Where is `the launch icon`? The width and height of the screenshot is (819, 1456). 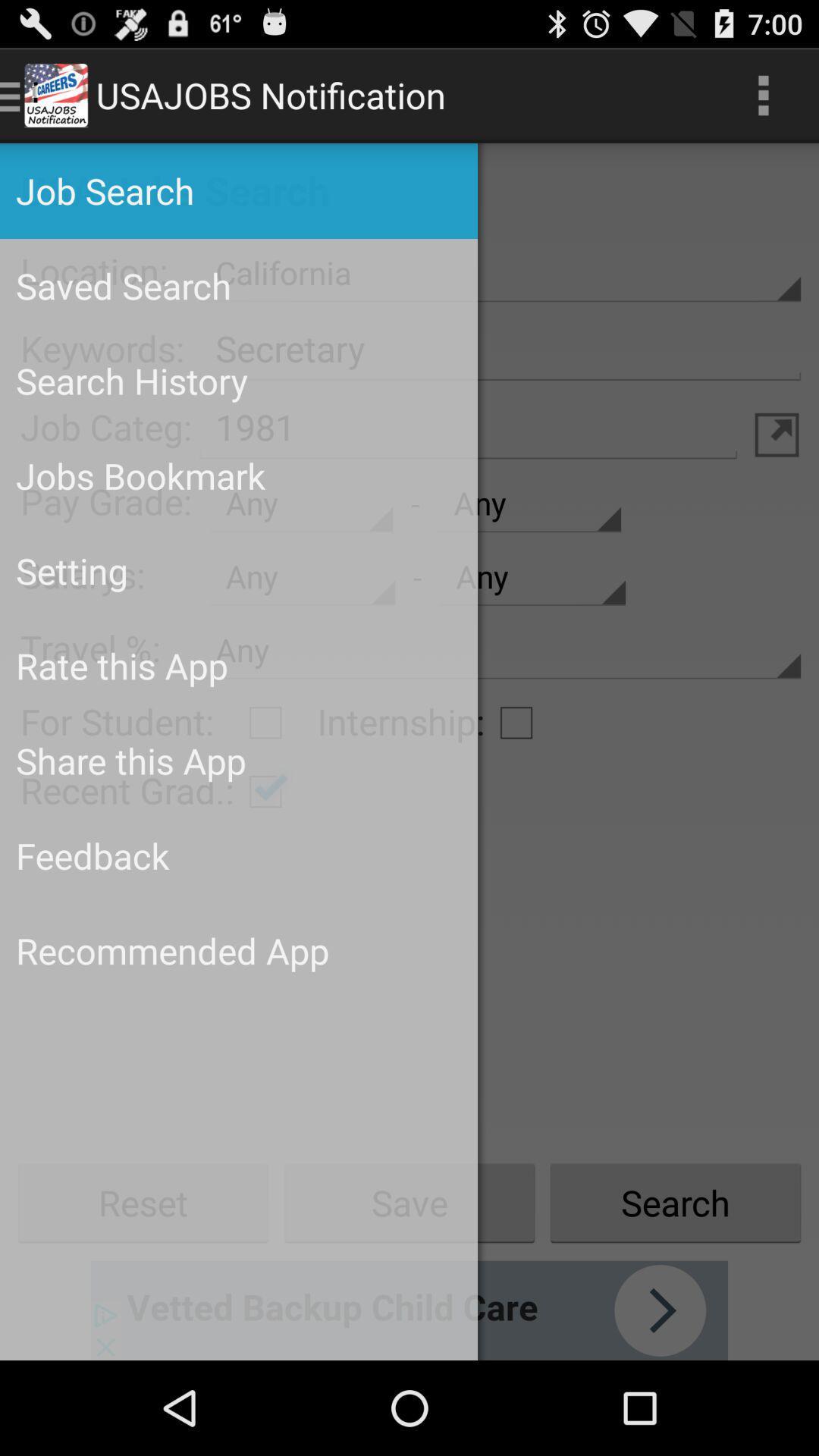
the launch icon is located at coordinates (777, 465).